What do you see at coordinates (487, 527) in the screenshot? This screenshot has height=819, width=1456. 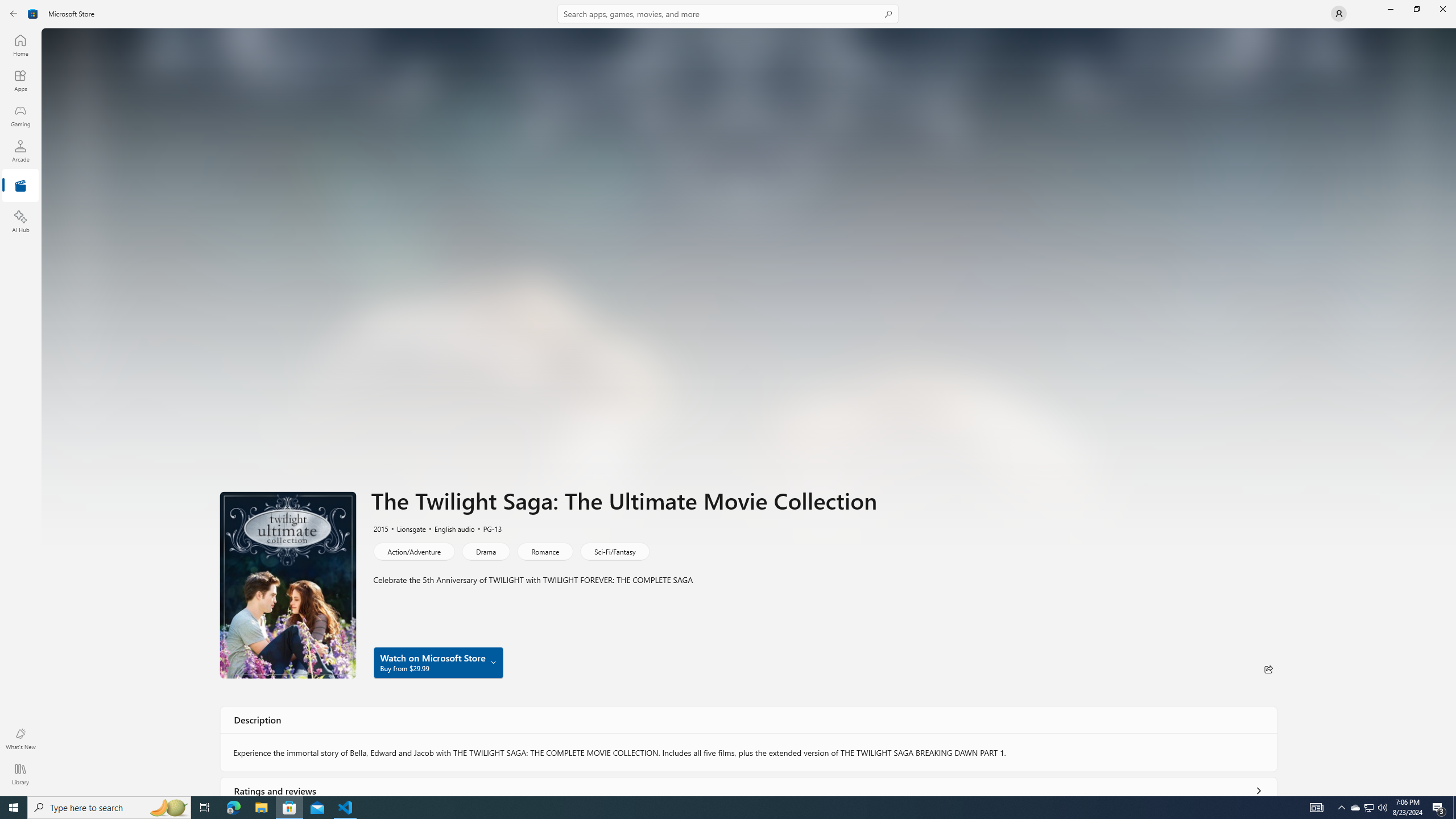 I see `'PG-13'` at bounding box center [487, 527].